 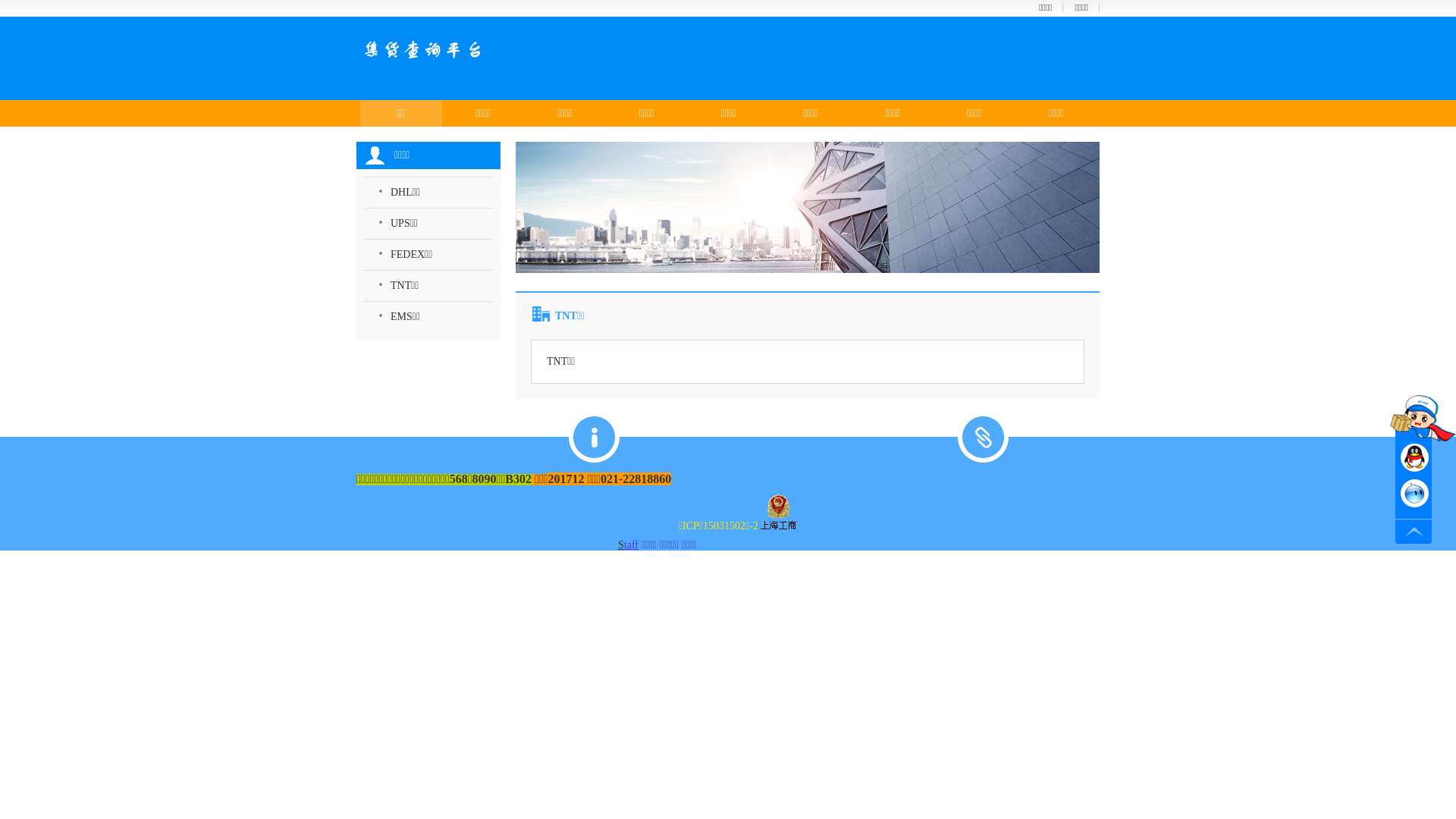 I want to click on 'taff', so click(x=631, y=544).